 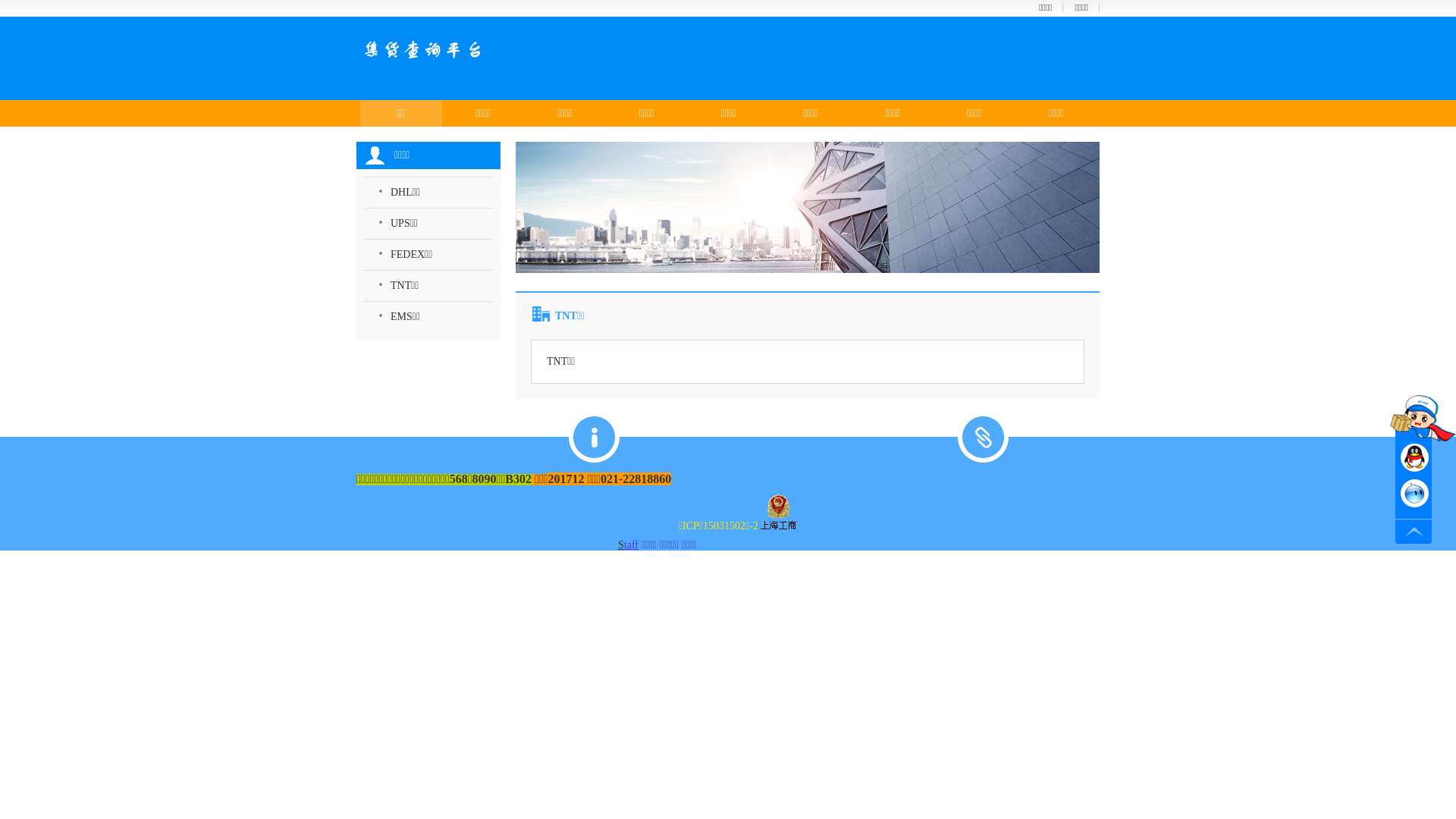 I want to click on 'taff', so click(x=631, y=544).